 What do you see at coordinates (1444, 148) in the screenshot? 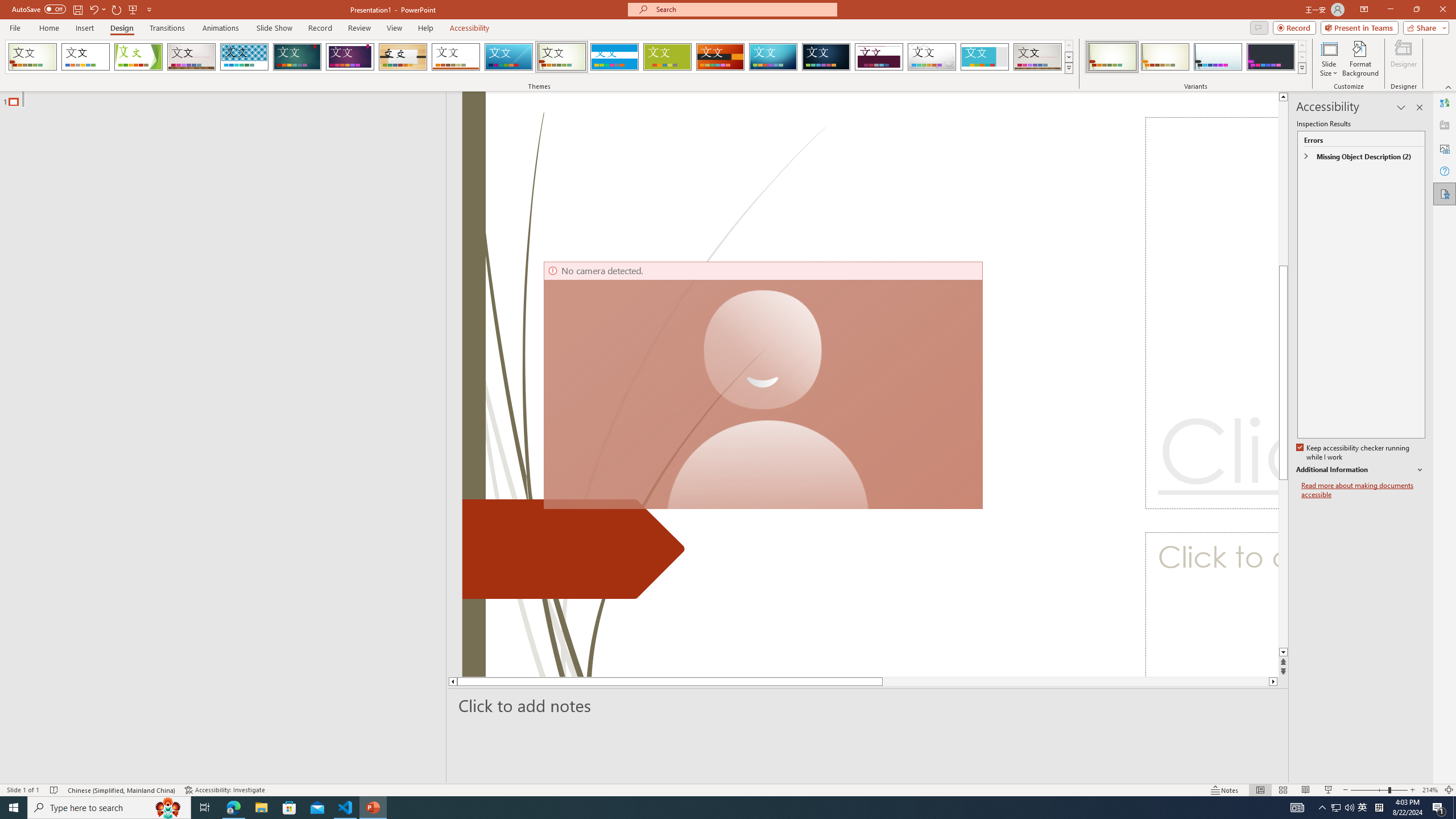
I see `'Alt Text'` at bounding box center [1444, 148].